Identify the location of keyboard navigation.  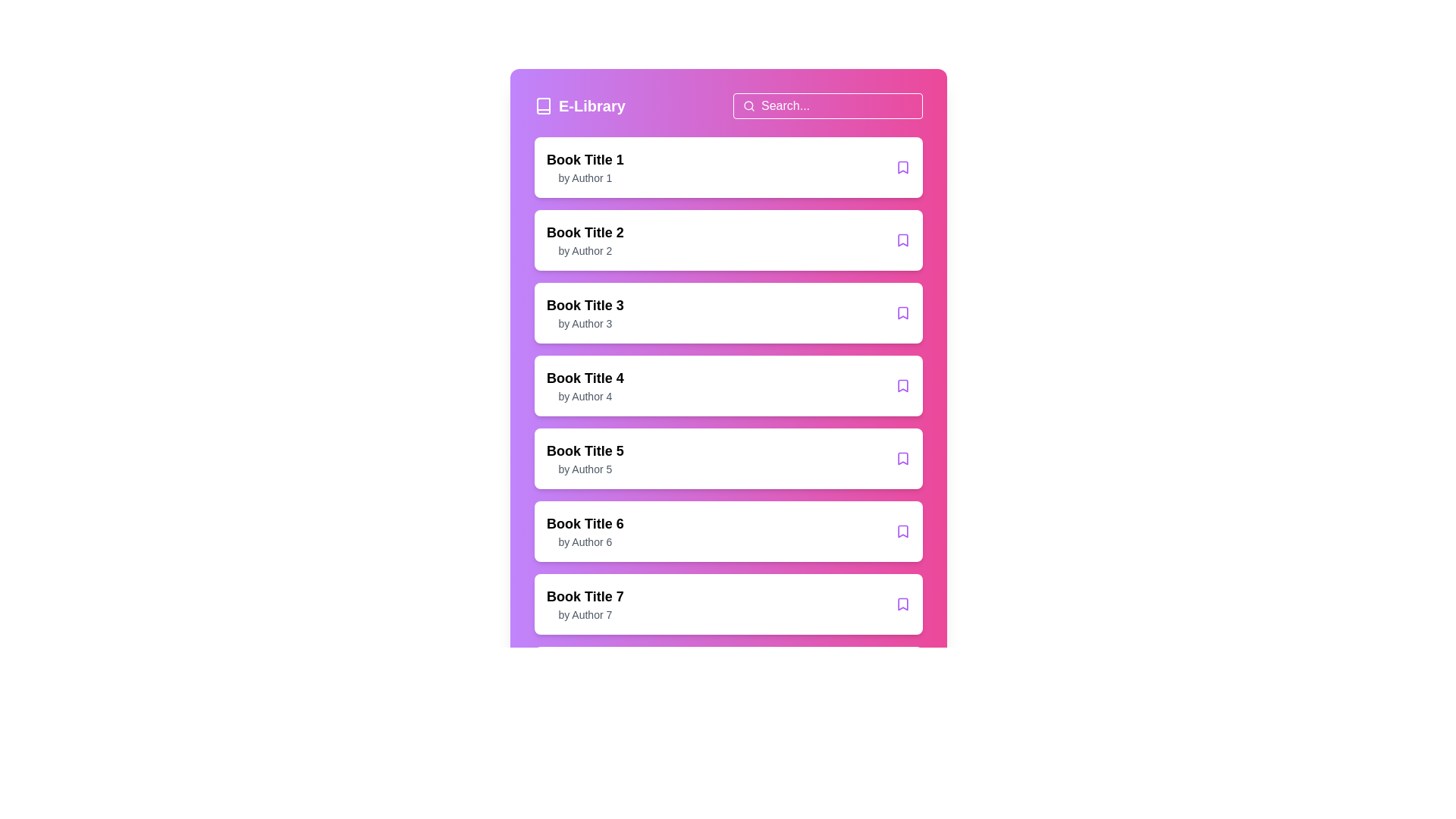
(902, 385).